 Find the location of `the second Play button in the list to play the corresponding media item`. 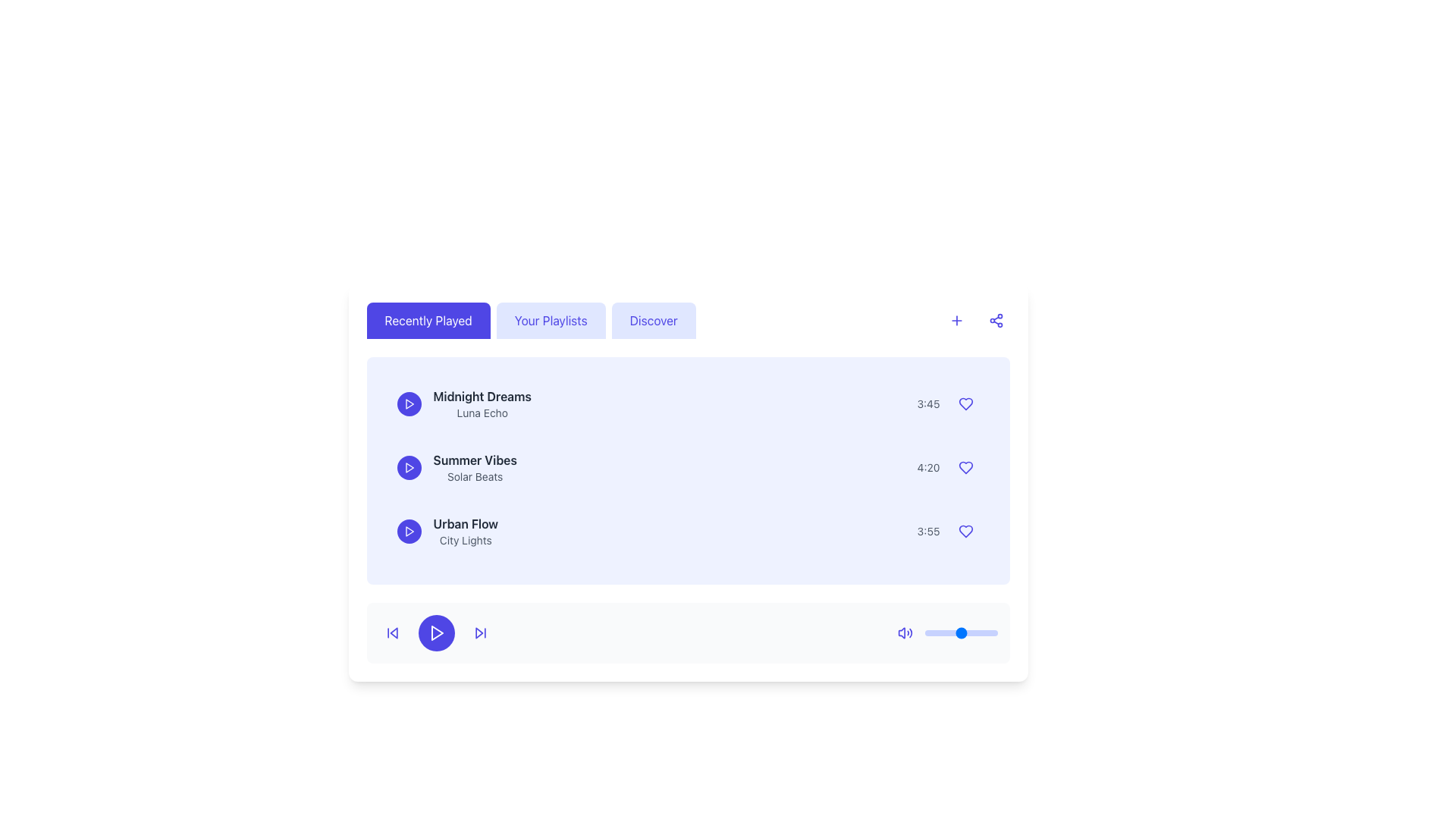

the second Play button in the list to play the corresponding media item is located at coordinates (409, 467).